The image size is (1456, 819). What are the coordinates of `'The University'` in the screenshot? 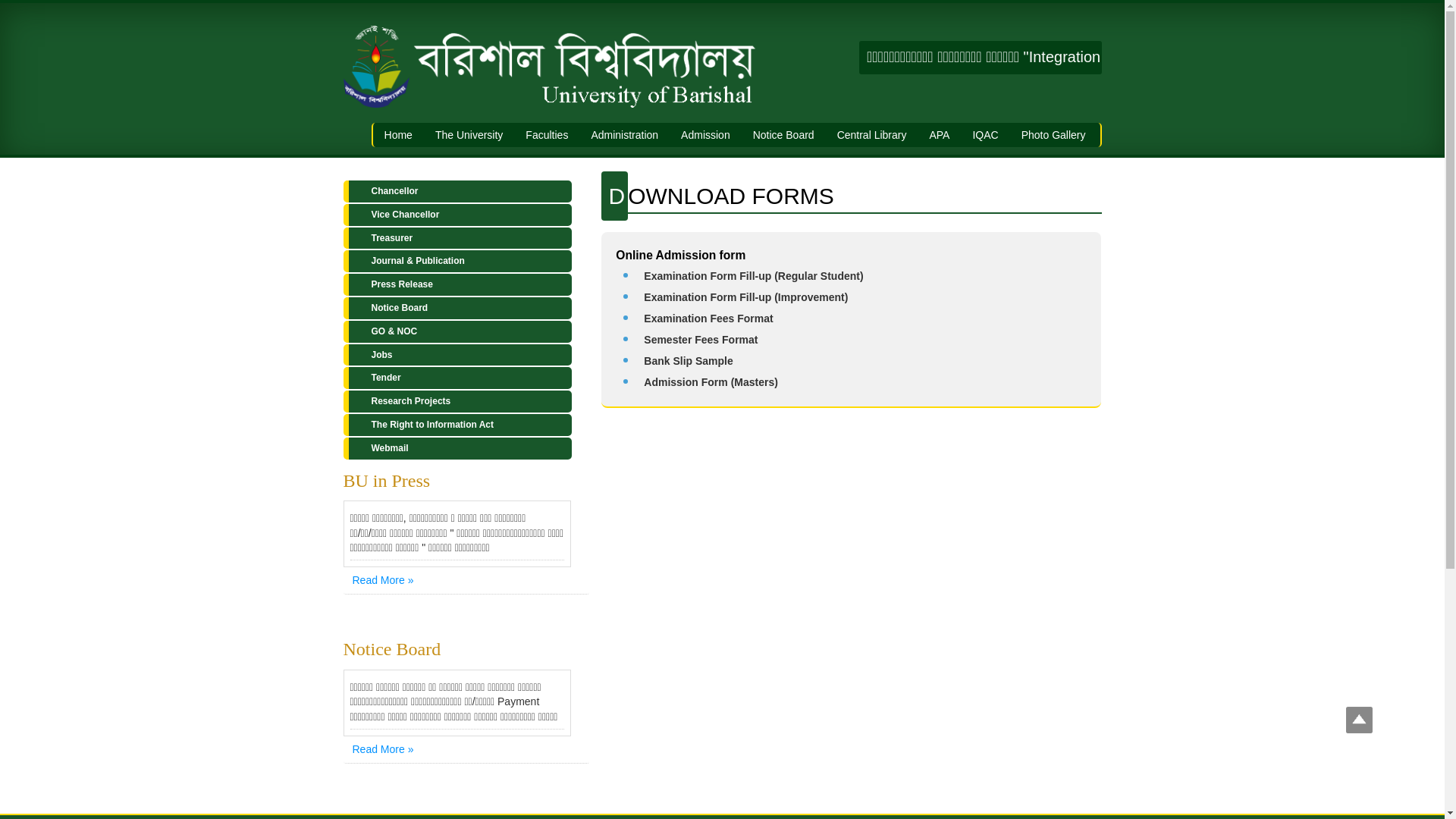 It's located at (468, 133).